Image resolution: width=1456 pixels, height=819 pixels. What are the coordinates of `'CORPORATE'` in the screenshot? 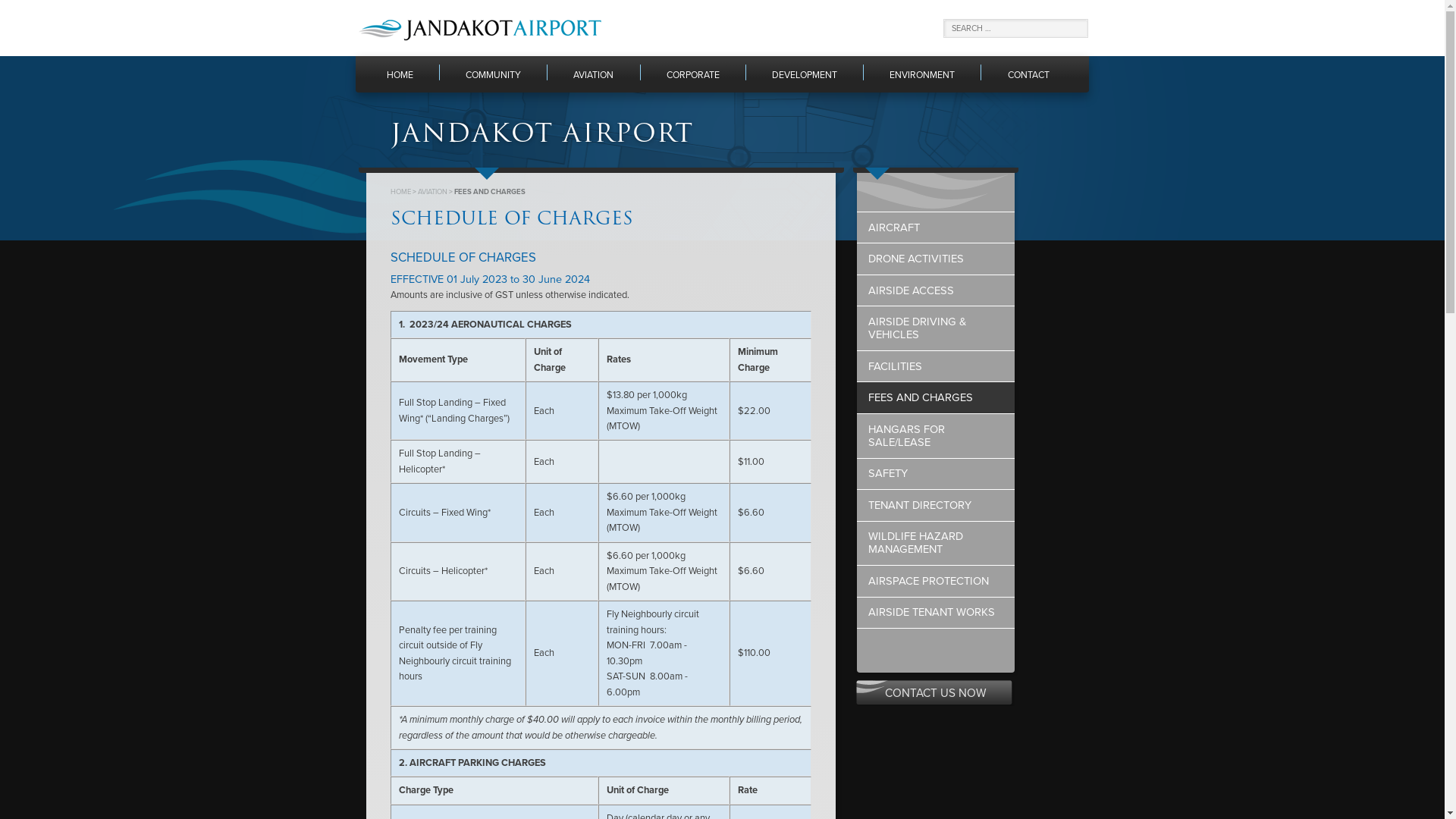 It's located at (692, 74).